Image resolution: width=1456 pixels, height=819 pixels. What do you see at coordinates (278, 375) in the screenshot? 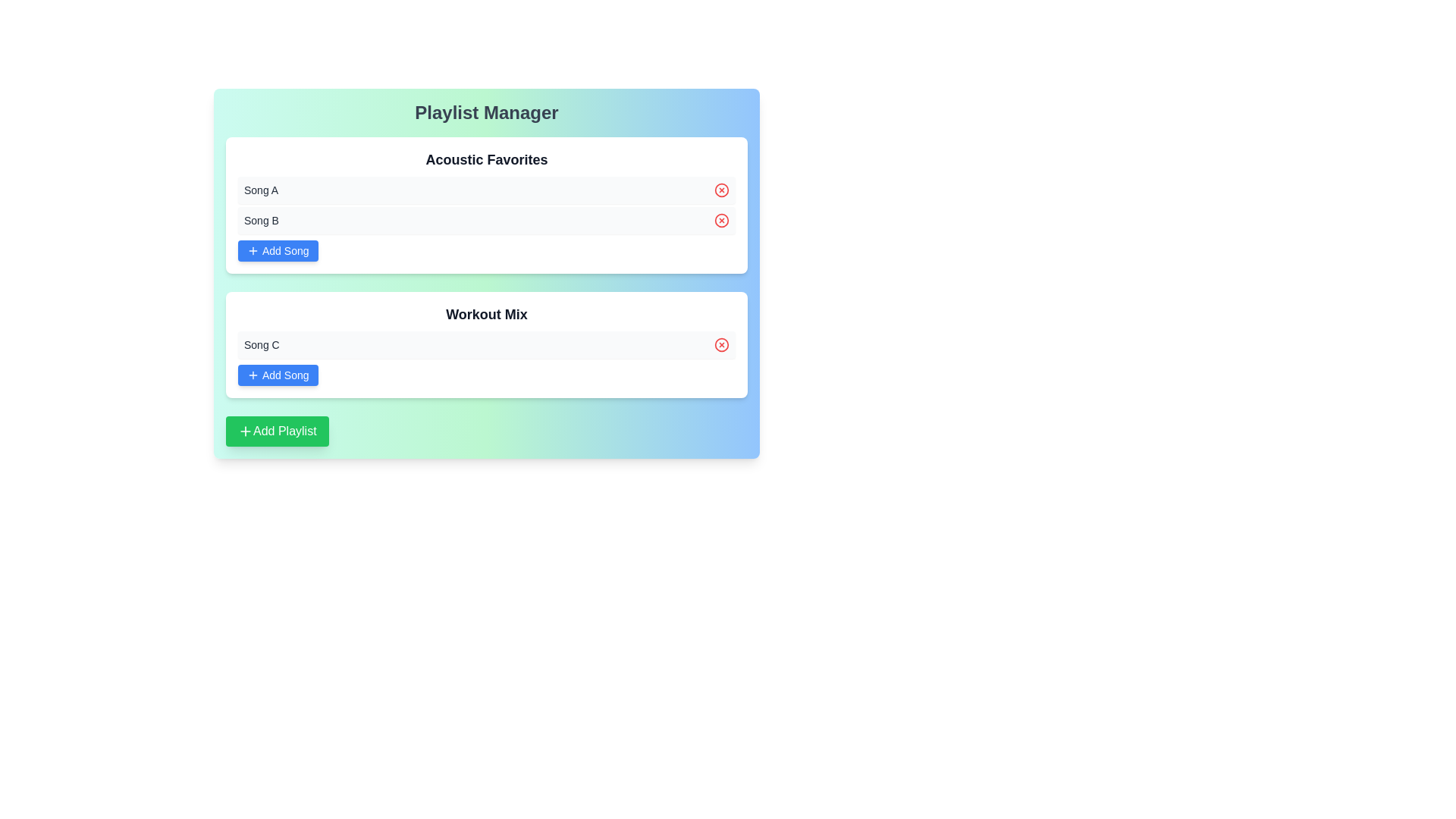
I see `the 'Add Song' button located in the lower section of the 'Workout Mix' card` at bounding box center [278, 375].